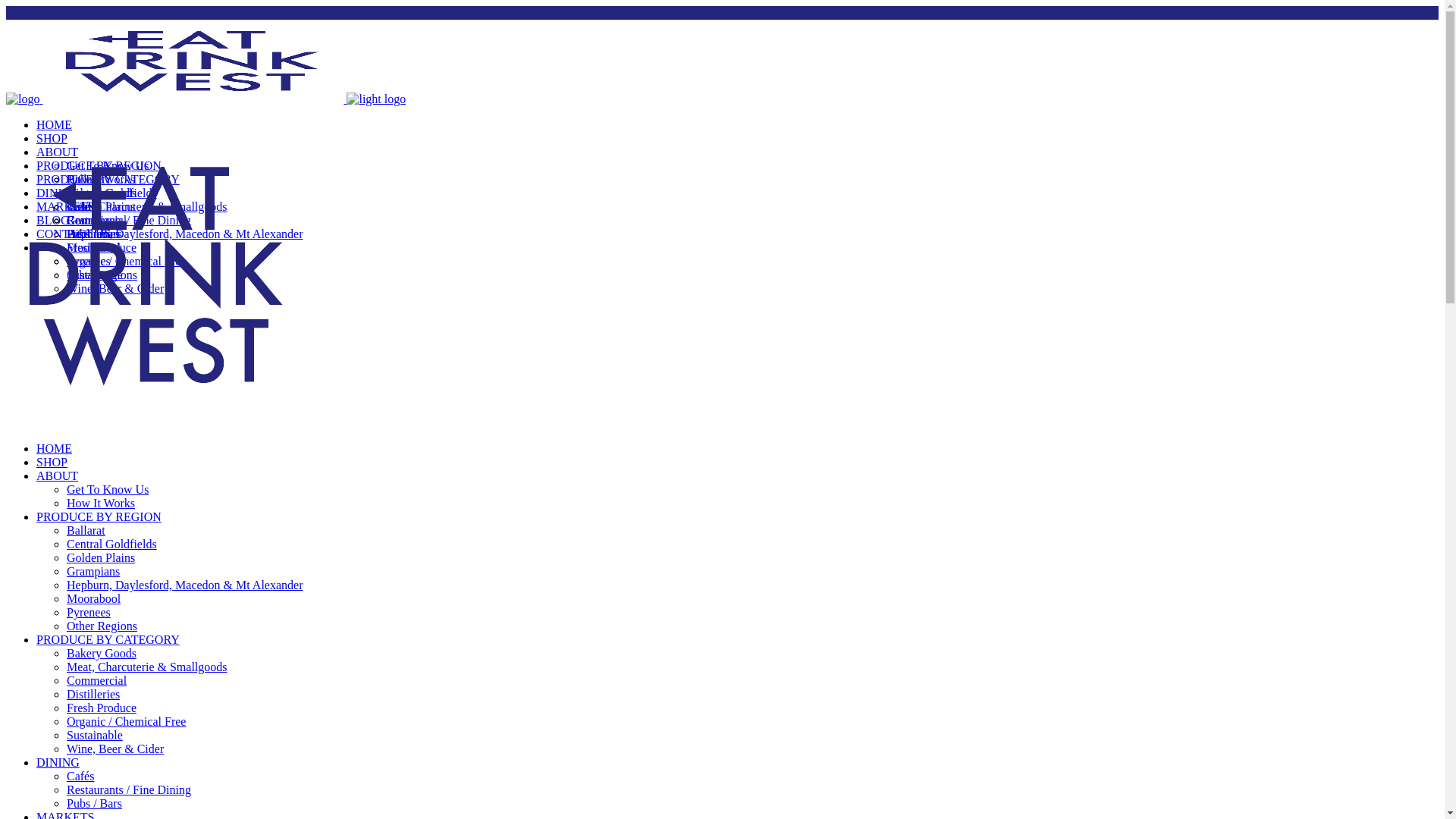  Describe the element at coordinates (184, 584) in the screenshot. I see `'Hepburn, Daylesford, Macedon & Mt Alexander'` at that location.